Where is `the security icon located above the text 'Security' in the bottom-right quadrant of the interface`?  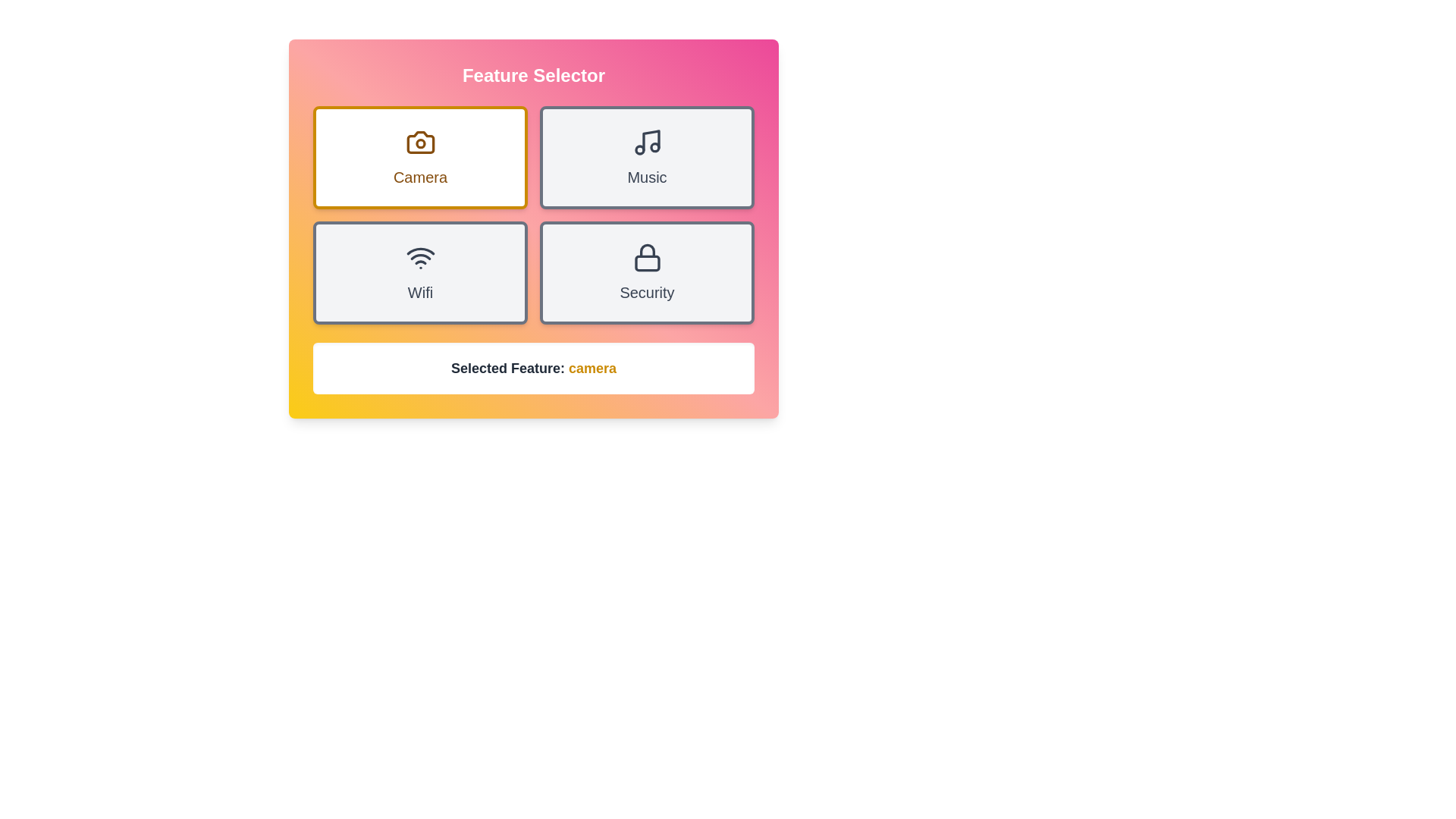 the security icon located above the text 'Security' in the bottom-right quadrant of the interface is located at coordinates (647, 256).